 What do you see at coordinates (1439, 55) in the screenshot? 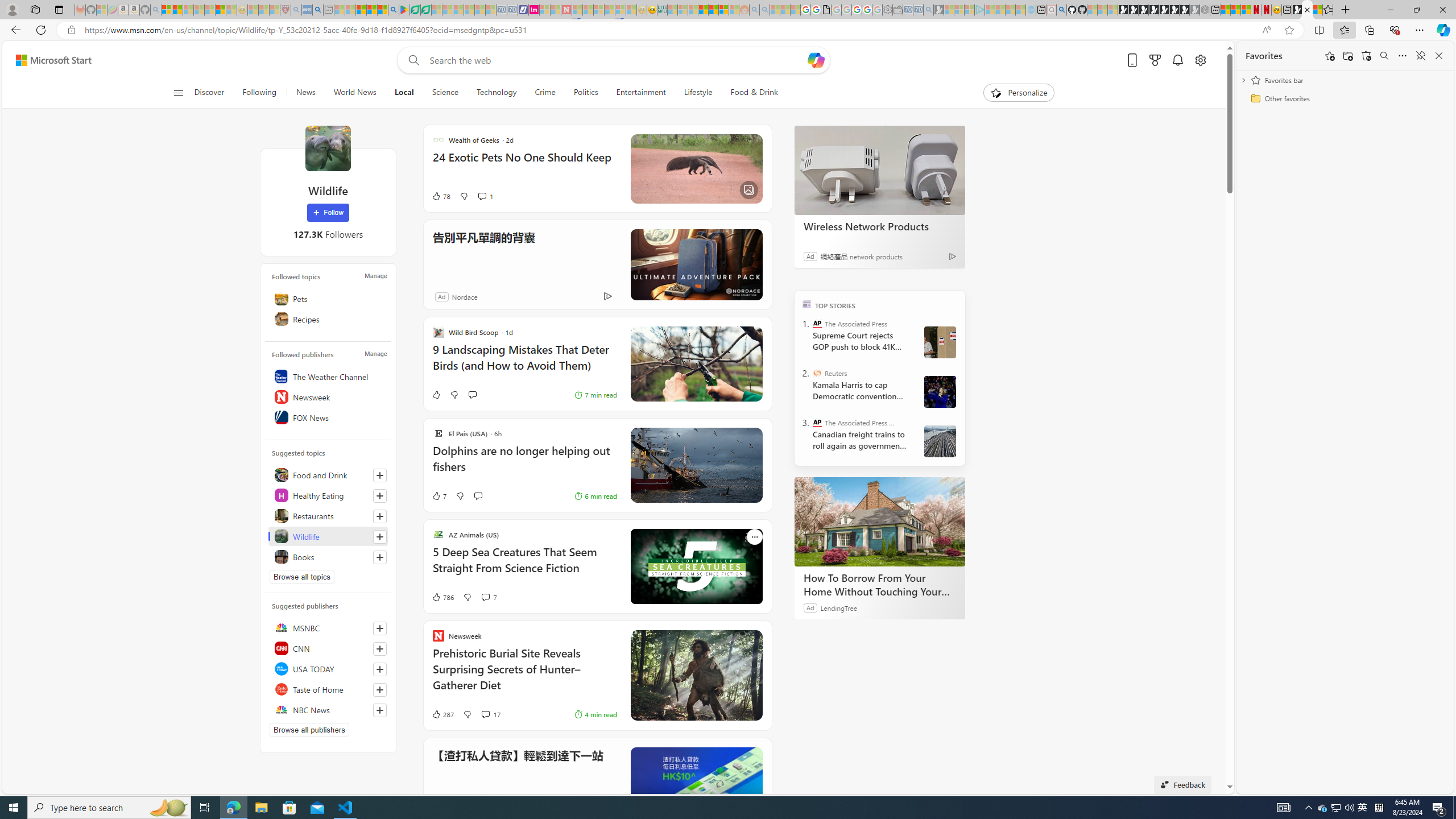
I see `'Close favorites'` at bounding box center [1439, 55].